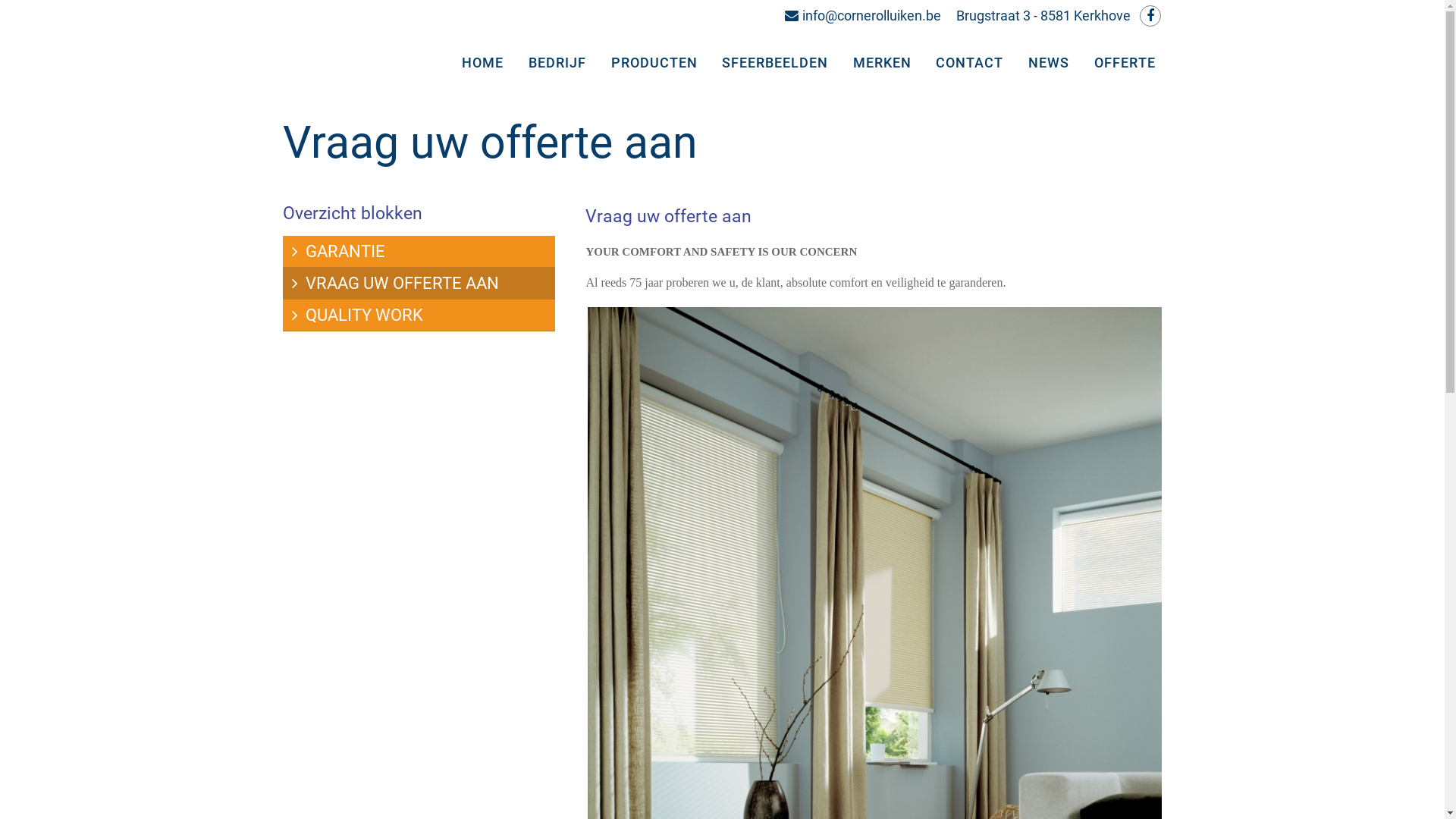 The image size is (1456, 819). What do you see at coordinates (971, 62) in the screenshot?
I see `'CONTACT'` at bounding box center [971, 62].